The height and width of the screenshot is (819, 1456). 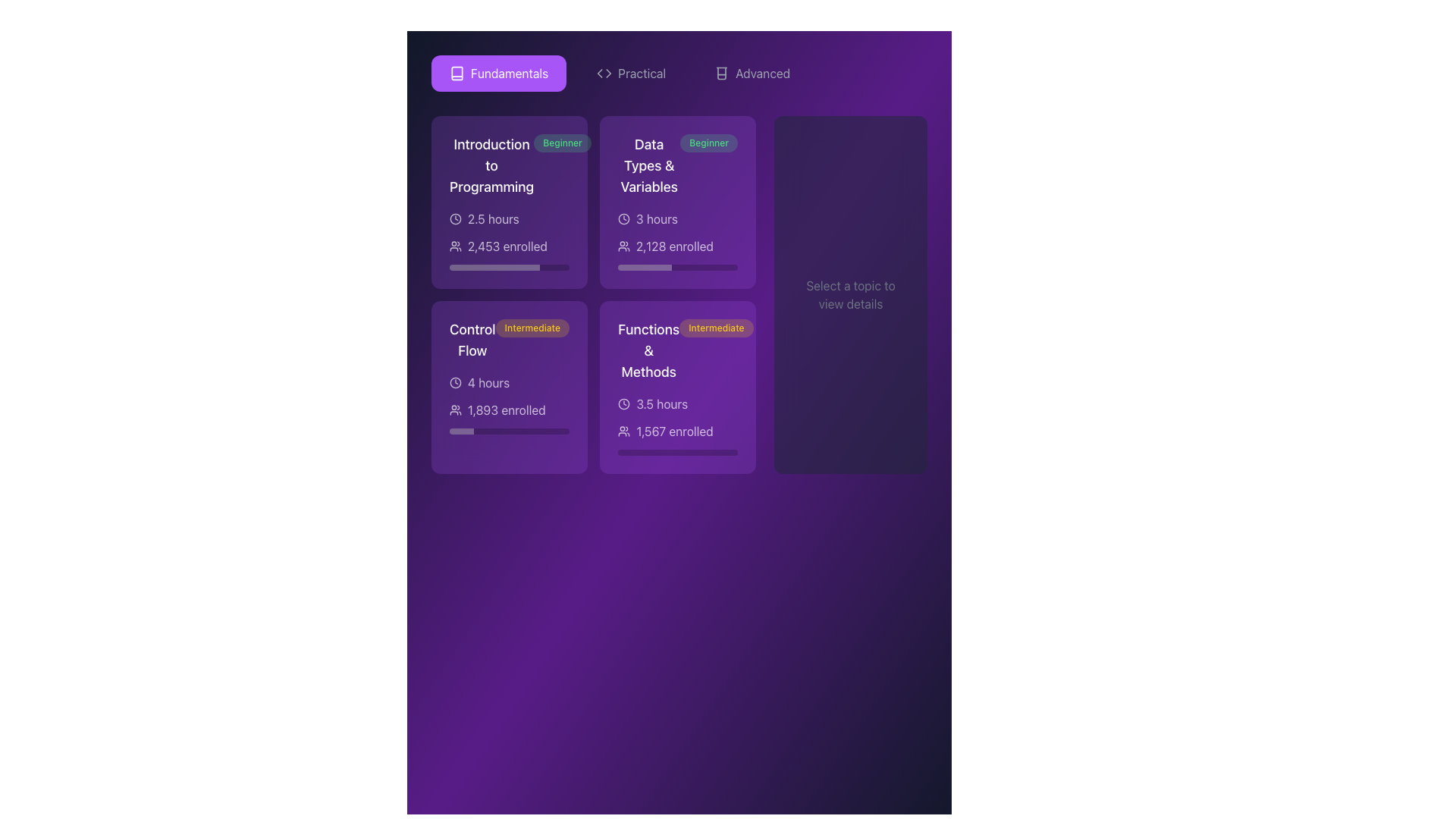 What do you see at coordinates (676, 452) in the screenshot?
I see `the horizontal progress bar located at the bottom of the 'Functions & Methods' card, which has a dark gray background and a rounded shape` at bounding box center [676, 452].